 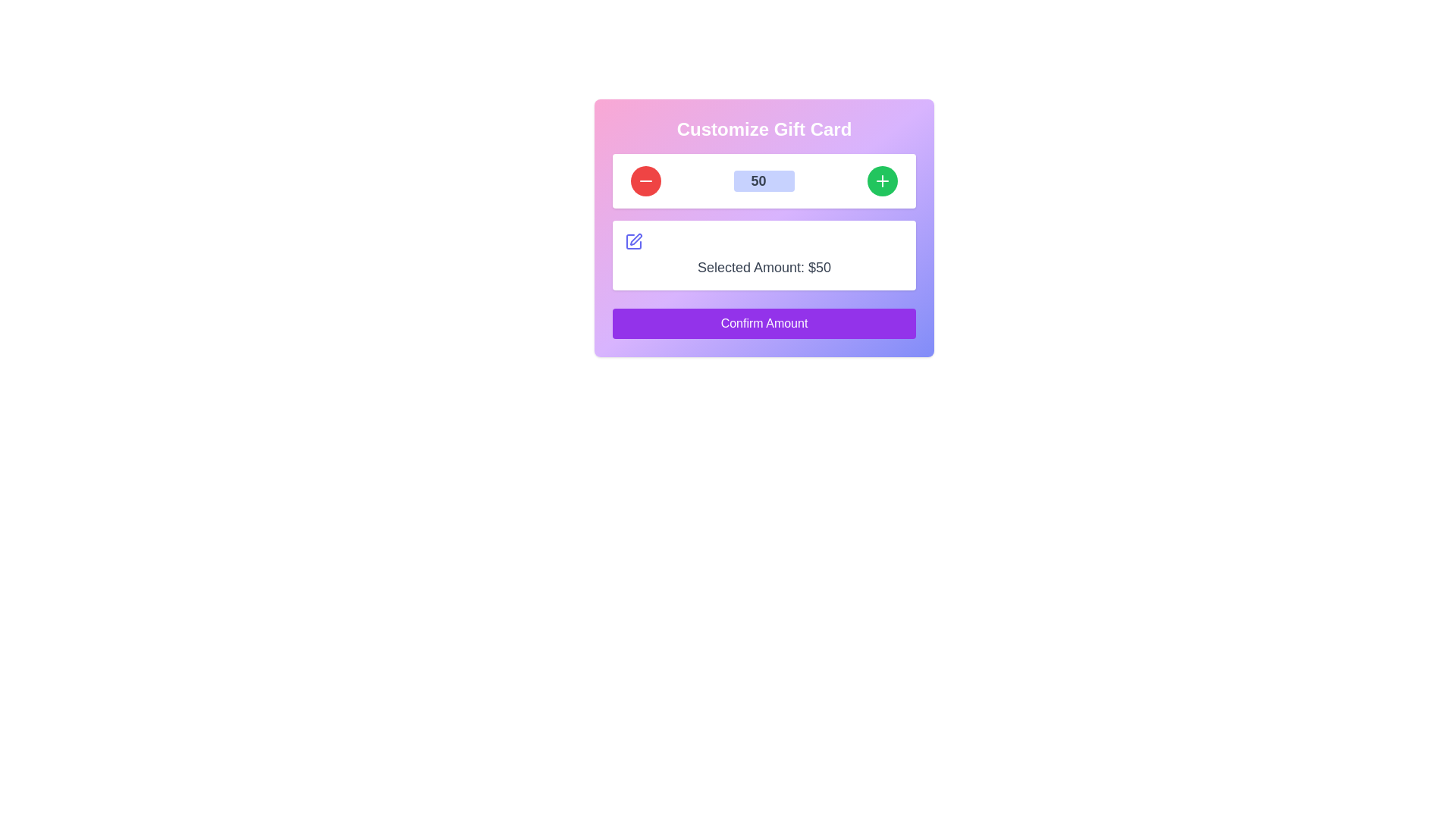 I want to click on the indigo square-shaped icon with a pen outline, located above the text 'Selected Amount: $50', so click(x=633, y=241).